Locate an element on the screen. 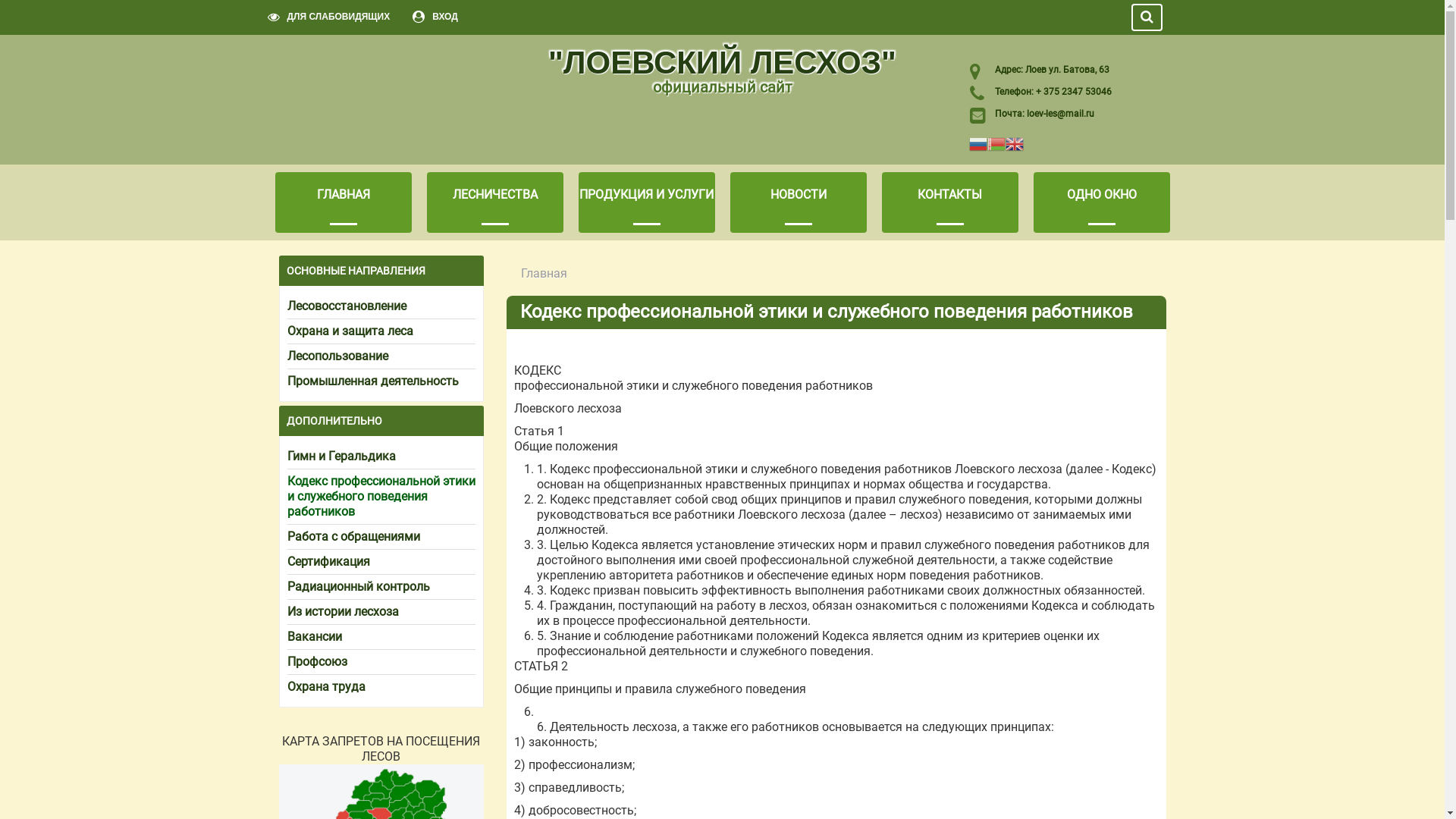 The height and width of the screenshot is (819, 1456). 'loev-les@mail.ru' is located at coordinates (1059, 113).